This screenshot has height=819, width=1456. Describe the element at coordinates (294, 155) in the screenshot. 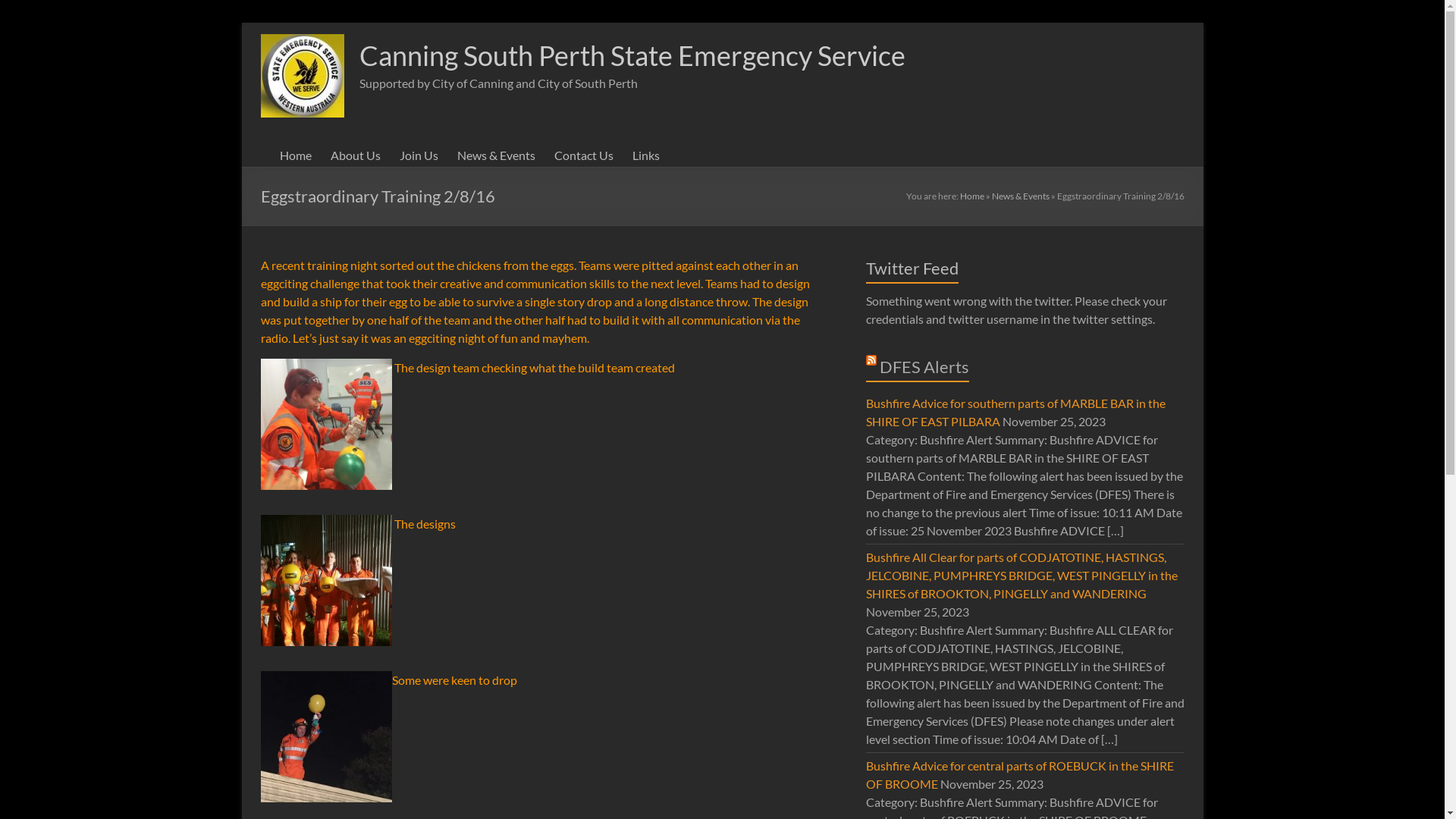

I see `'Home'` at that location.